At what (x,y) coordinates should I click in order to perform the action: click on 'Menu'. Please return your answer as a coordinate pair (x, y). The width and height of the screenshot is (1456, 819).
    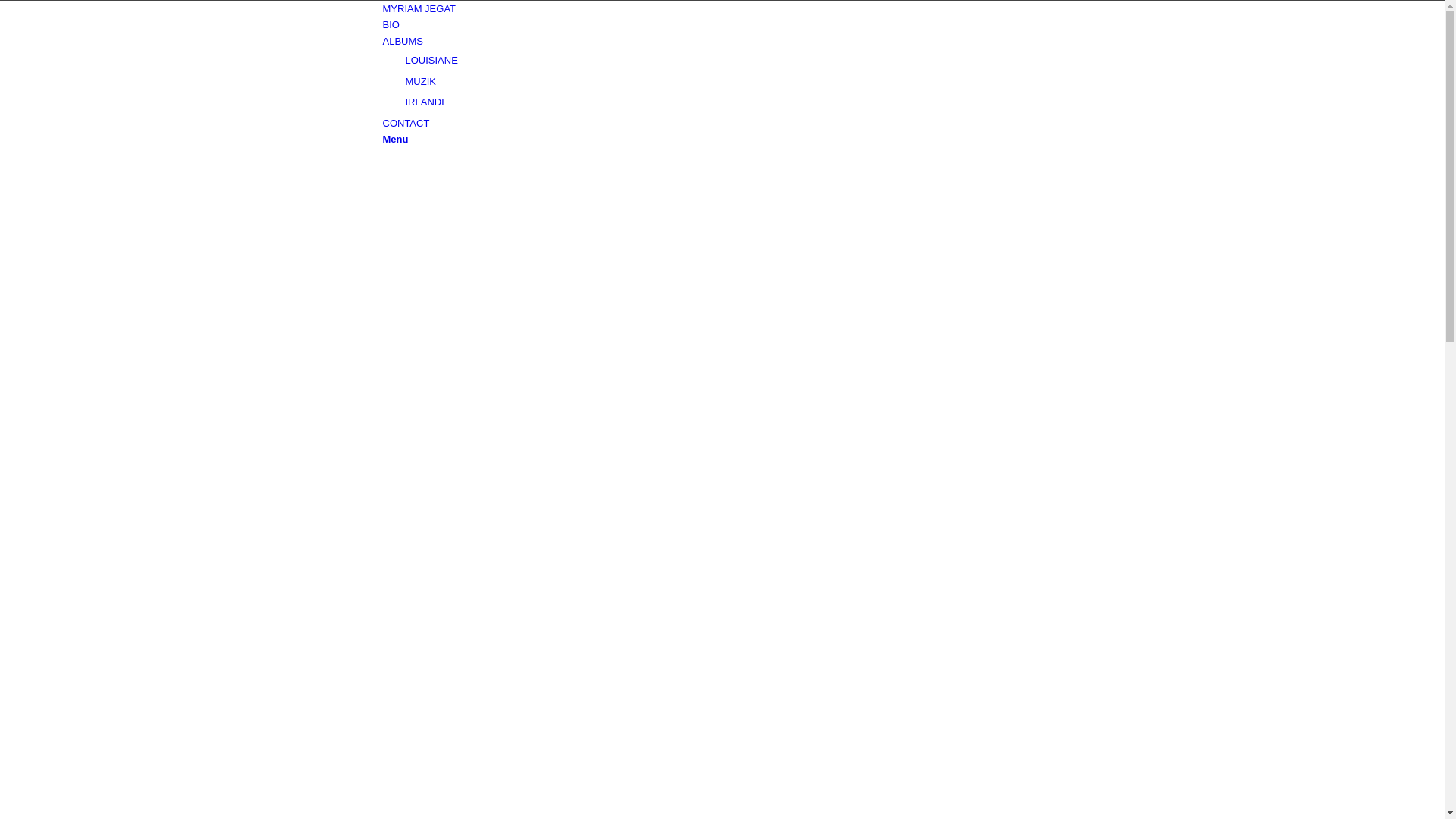
    Looking at the image, I should click on (395, 139).